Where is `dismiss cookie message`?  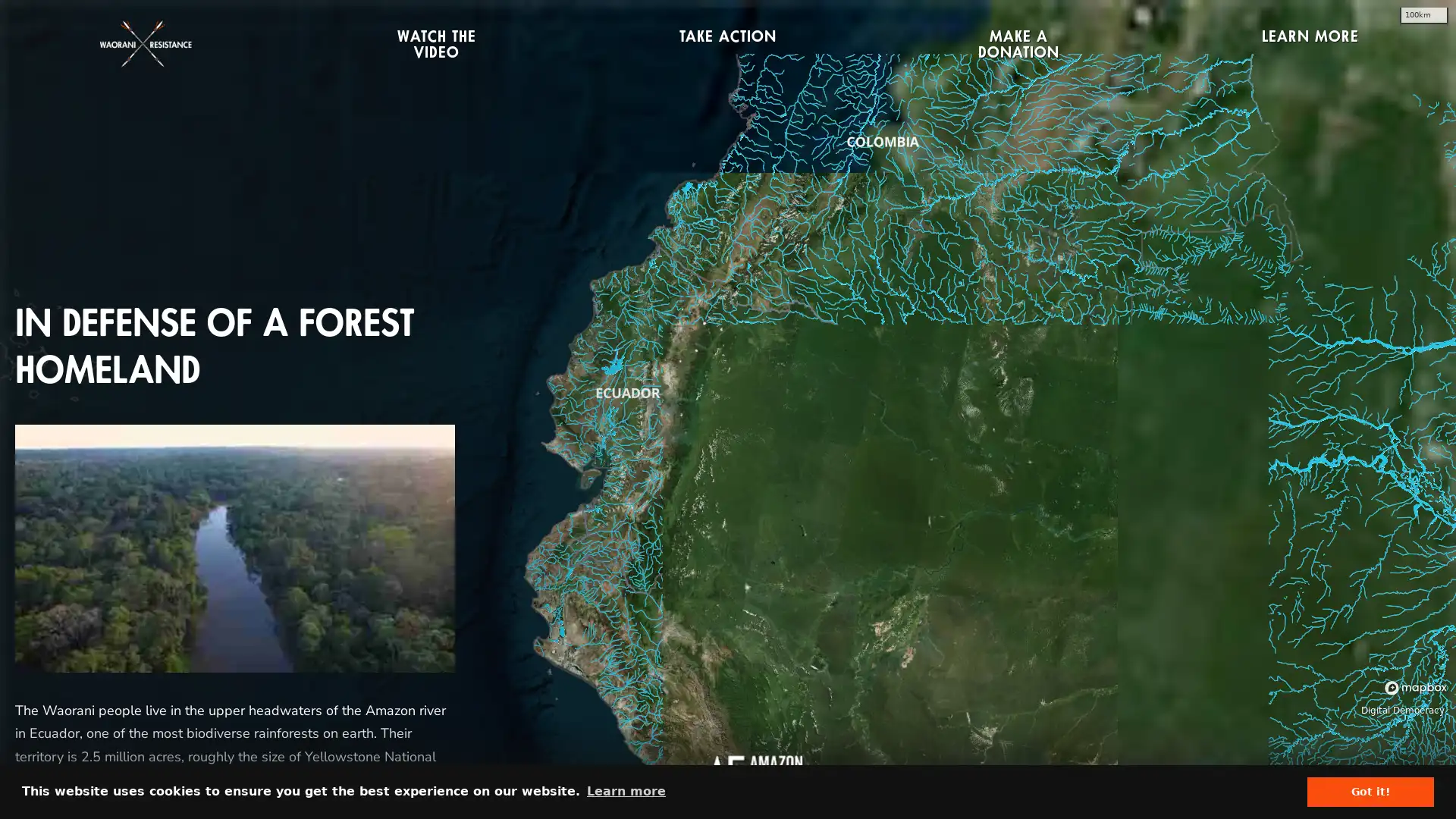
dismiss cookie message is located at coordinates (1370, 791).